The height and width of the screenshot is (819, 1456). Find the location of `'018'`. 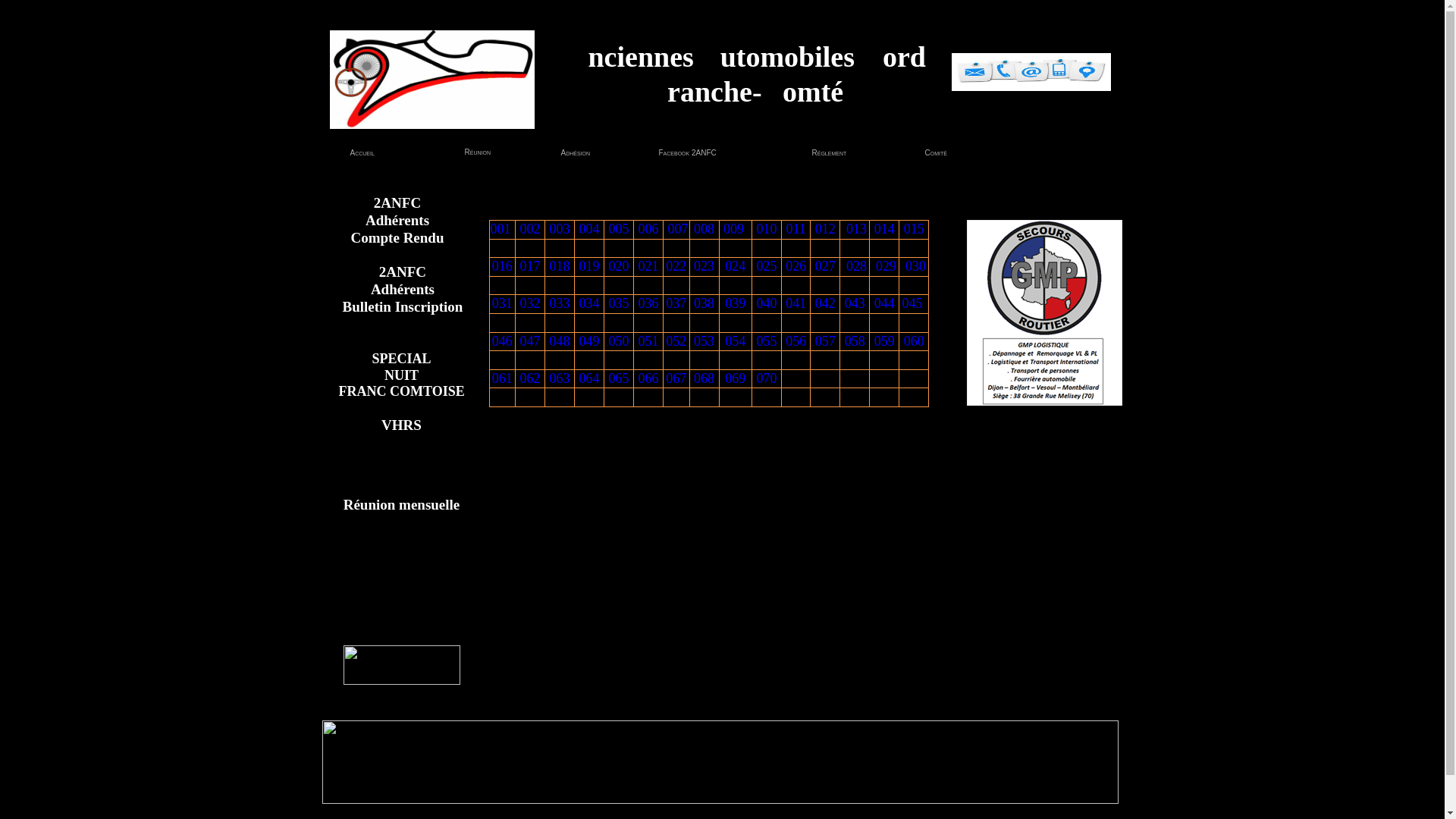

'018' is located at coordinates (558, 265).